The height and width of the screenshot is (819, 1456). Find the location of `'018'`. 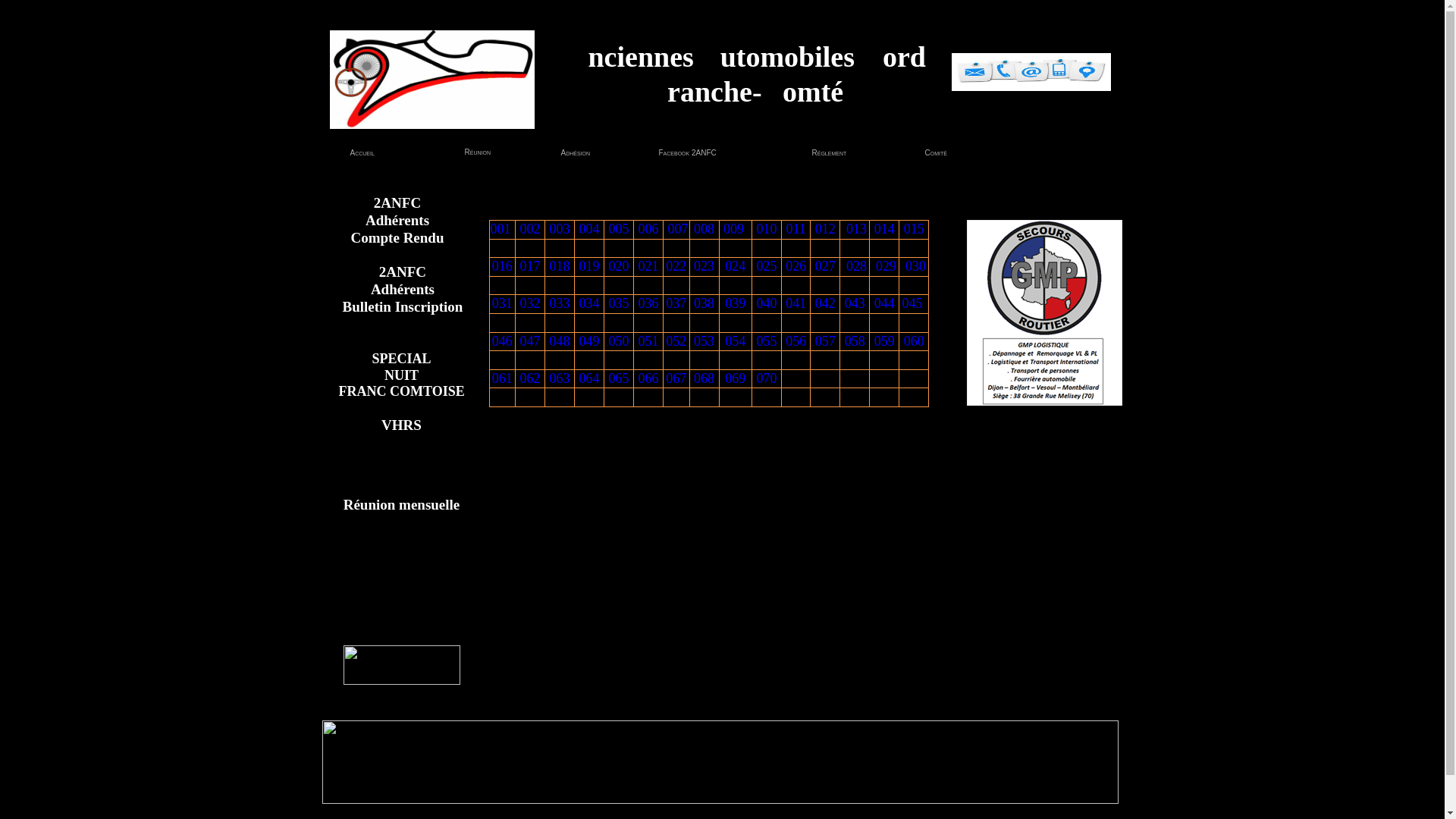

'018' is located at coordinates (558, 265).